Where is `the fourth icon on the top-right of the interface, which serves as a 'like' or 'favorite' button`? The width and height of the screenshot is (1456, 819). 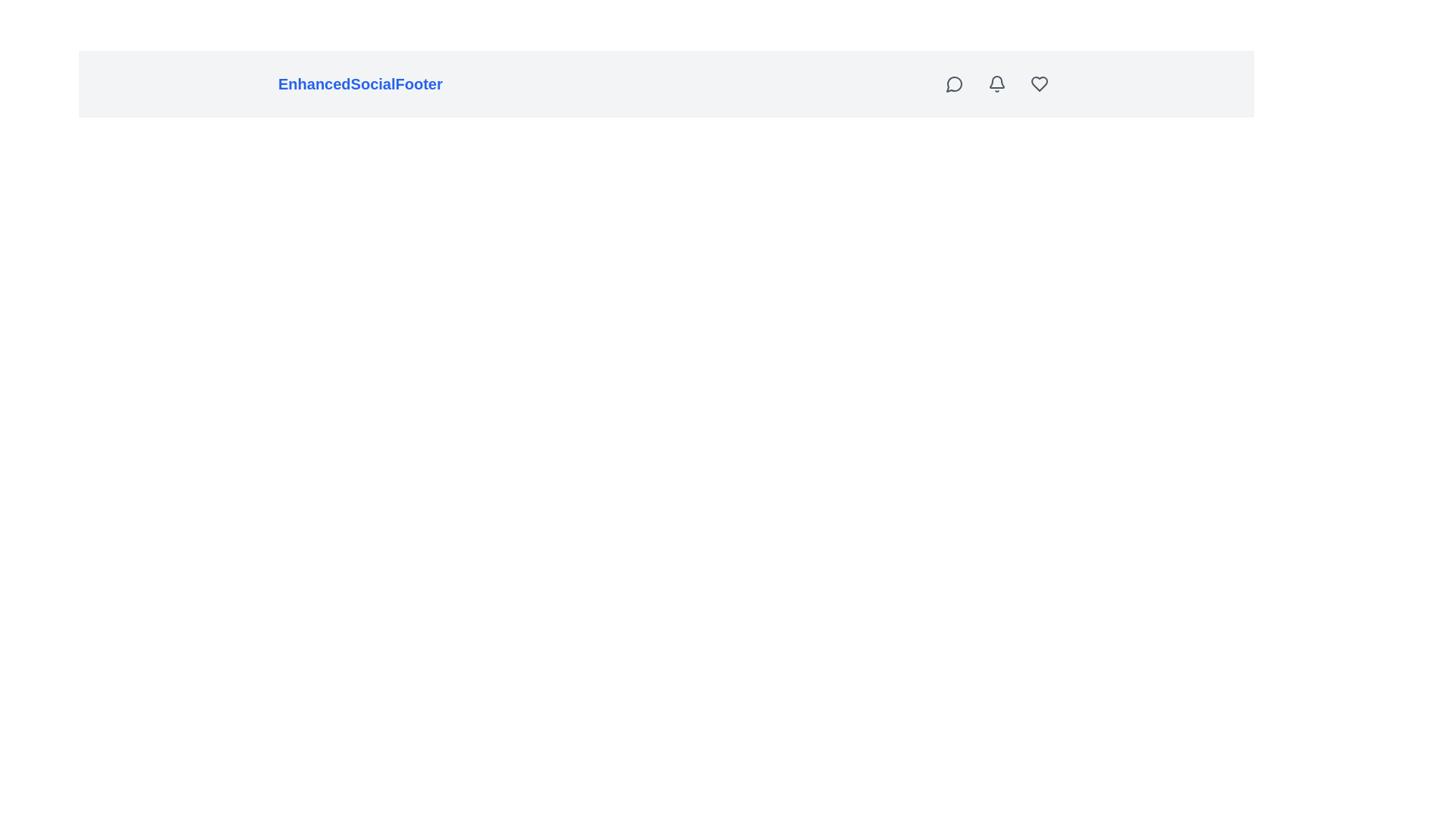 the fourth icon on the top-right of the interface, which serves as a 'like' or 'favorite' button is located at coordinates (1039, 84).